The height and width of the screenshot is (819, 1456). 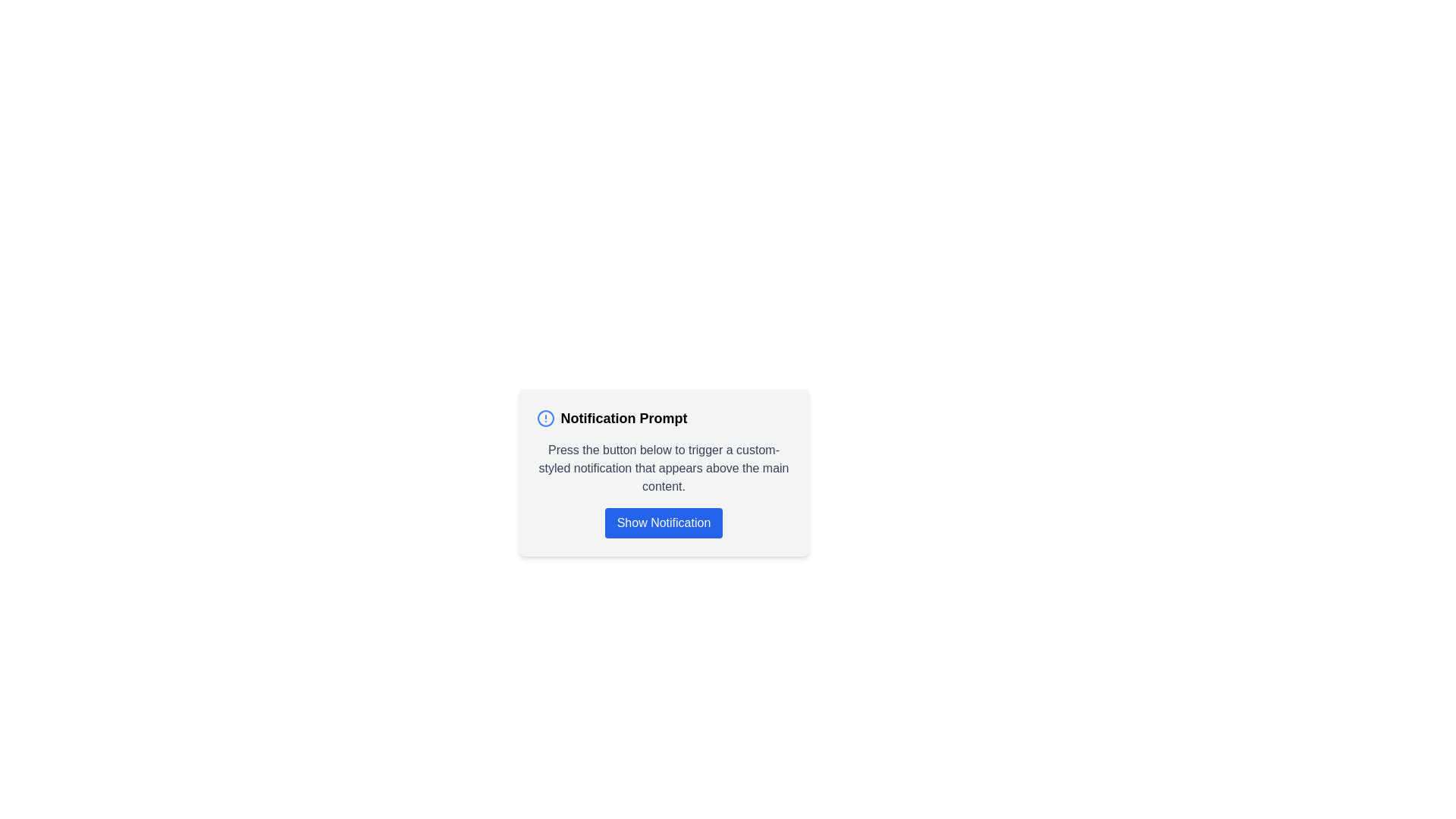 What do you see at coordinates (545, 418) in the screenshot?
I see `the decorative circular element of the alert icon located at the top-left of the notification card` at bounding box center [545, 418].